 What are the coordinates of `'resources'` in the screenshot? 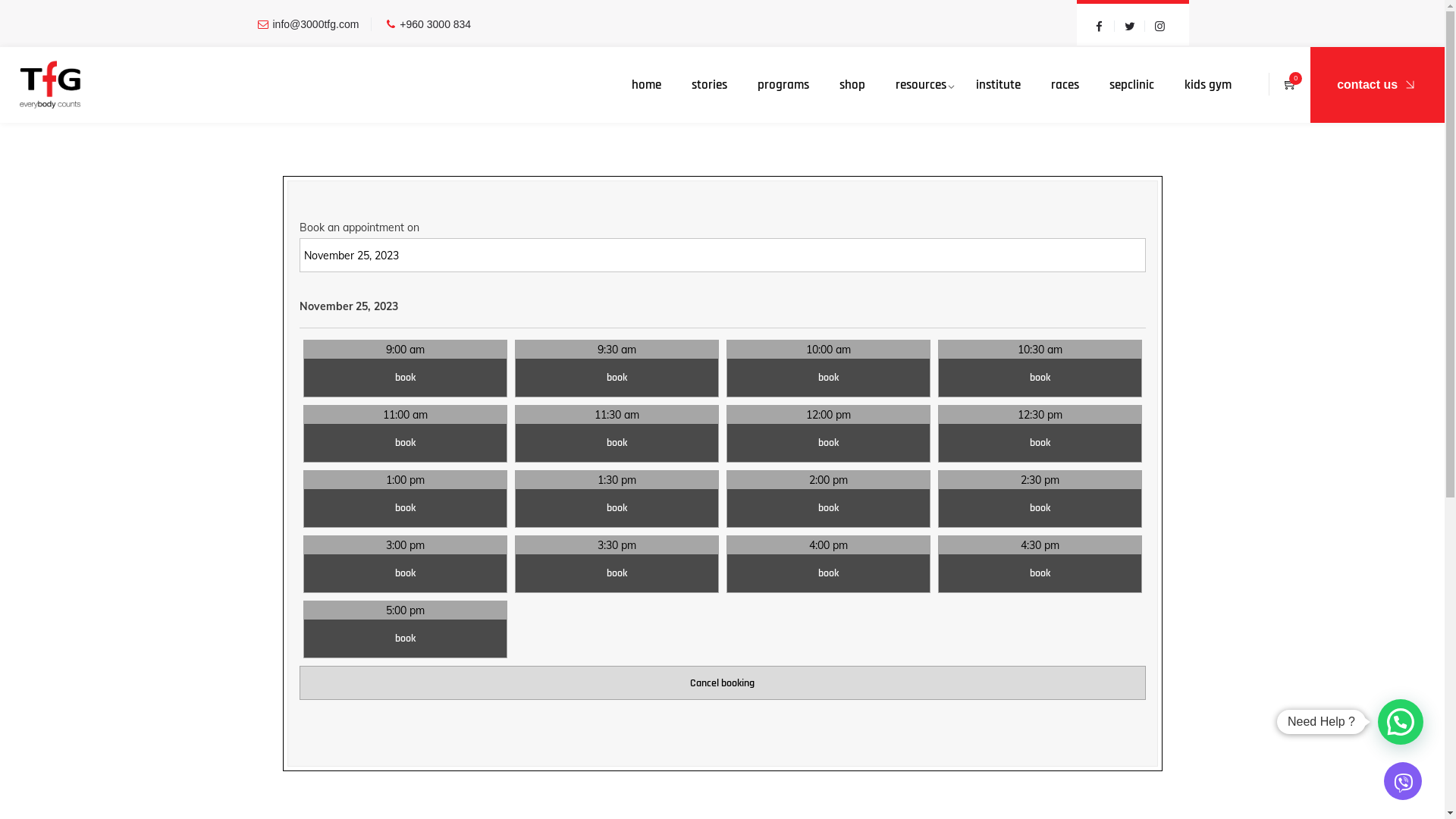 It's located at (920, 84).